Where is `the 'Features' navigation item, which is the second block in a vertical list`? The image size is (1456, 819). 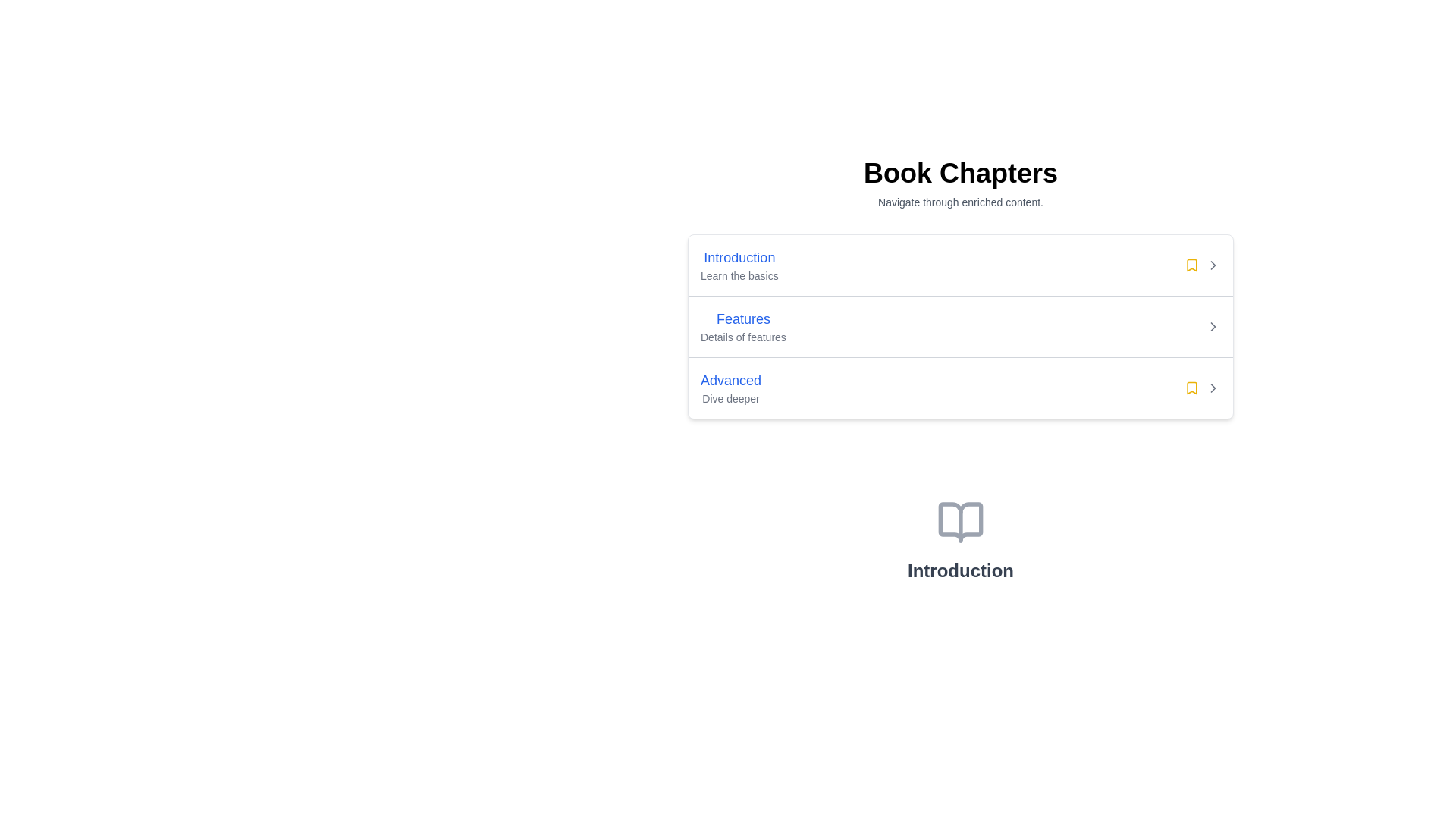
the 'Features' navigation item, which is the second block in a vertical list is located at coordinates (960, 325).